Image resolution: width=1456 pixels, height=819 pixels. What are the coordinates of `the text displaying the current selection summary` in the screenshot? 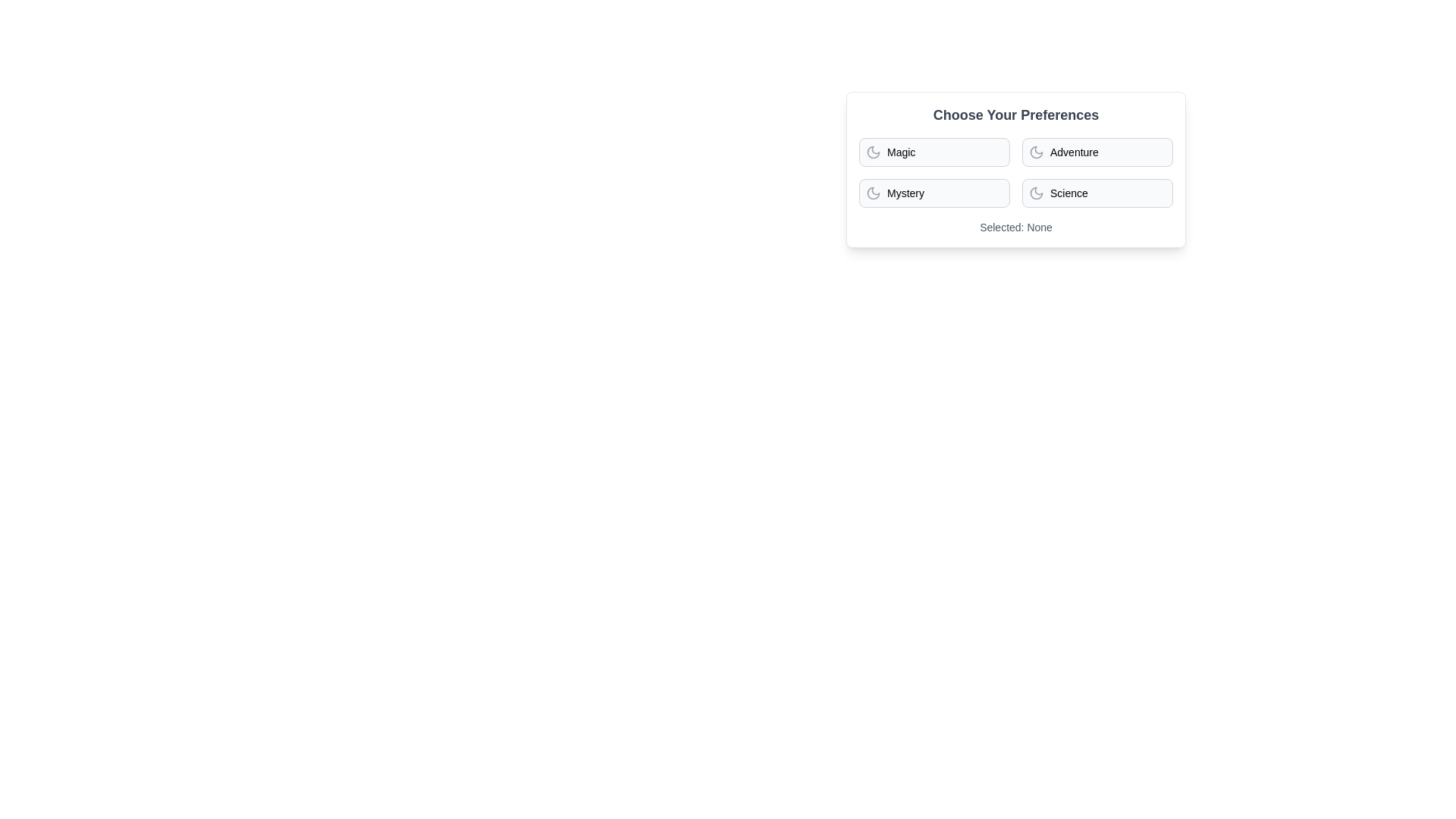 It's located at (1015, 227).